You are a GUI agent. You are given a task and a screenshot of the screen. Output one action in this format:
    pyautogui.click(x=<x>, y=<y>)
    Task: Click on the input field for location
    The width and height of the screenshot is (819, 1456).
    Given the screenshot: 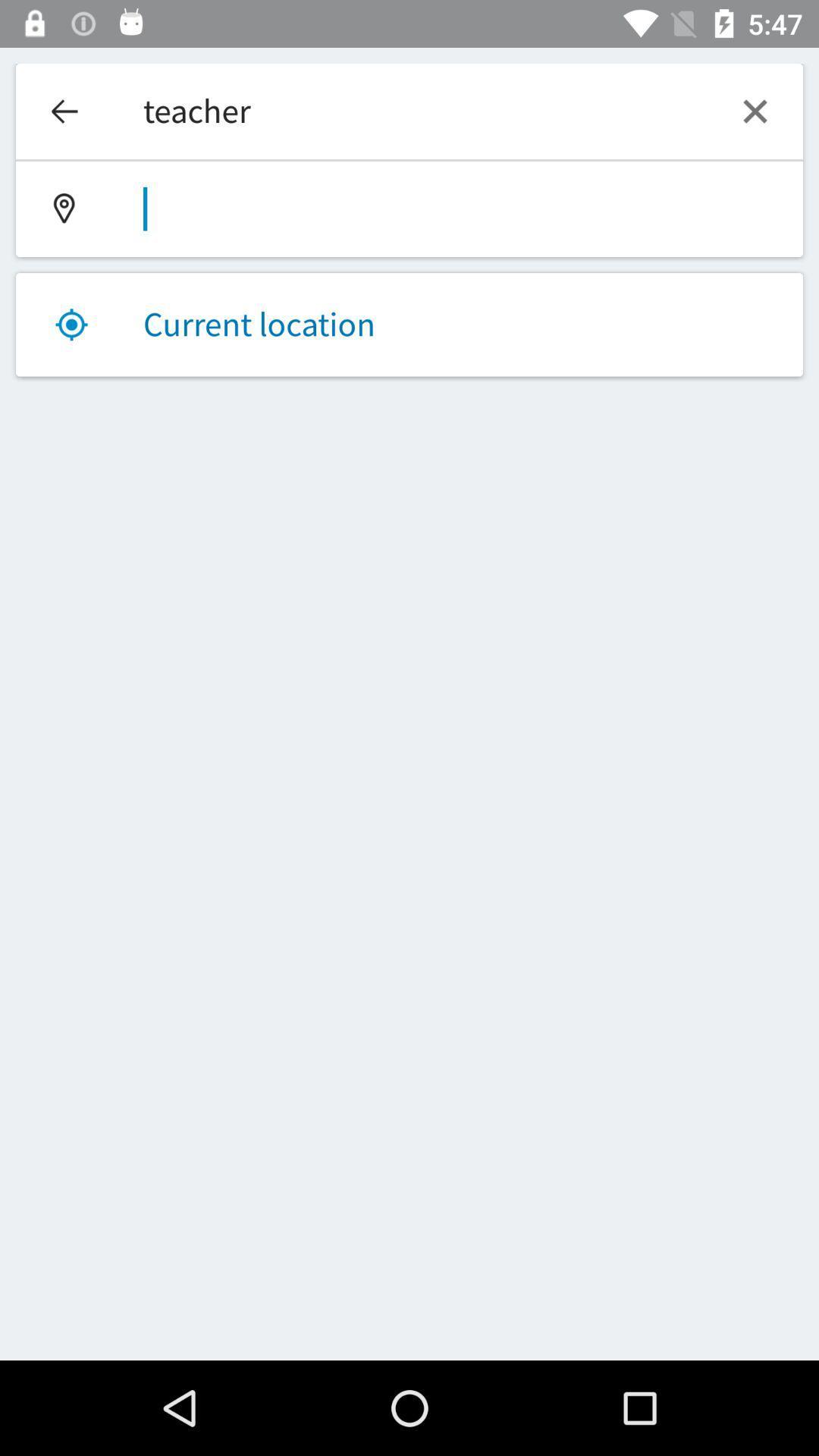 What is the action you would take?
    pyautogui.click(x=409, y=208)
    